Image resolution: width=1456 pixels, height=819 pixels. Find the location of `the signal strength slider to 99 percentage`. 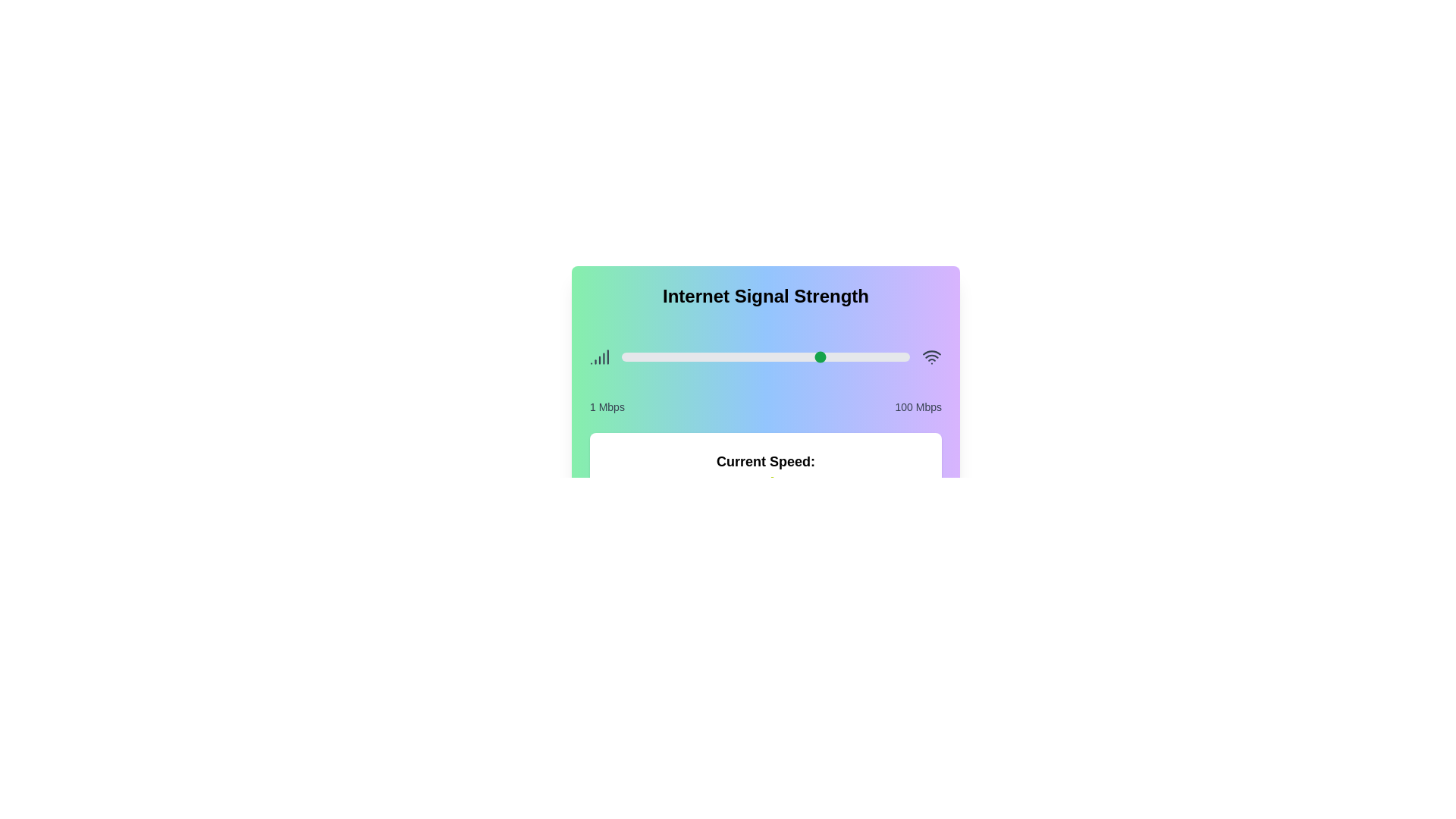

the signal strength slider to 99 percentage is located at coordinates (906, 356).